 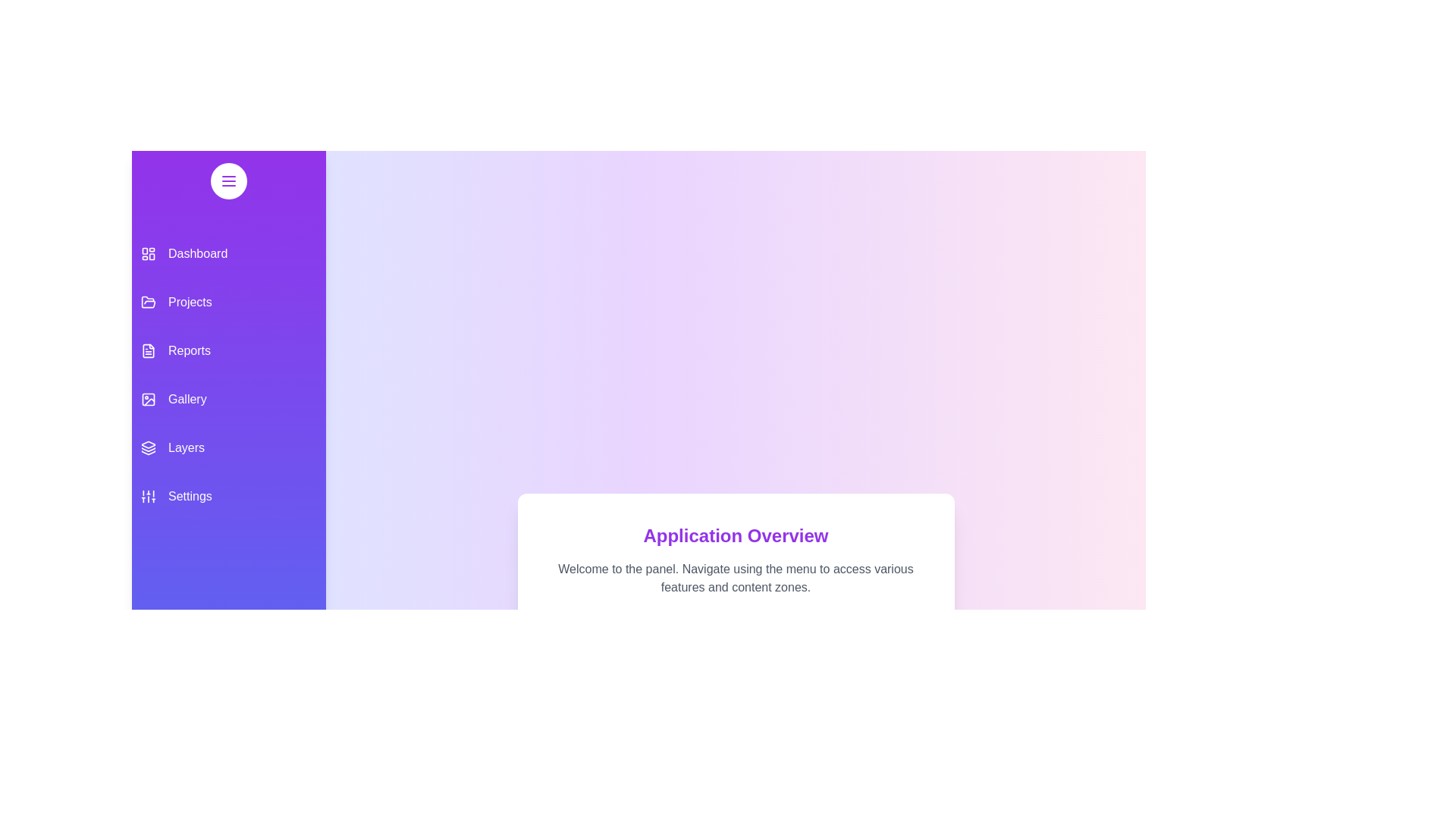 I want to click on the menu item corresponding to Projects, so click(x=228, y=302).